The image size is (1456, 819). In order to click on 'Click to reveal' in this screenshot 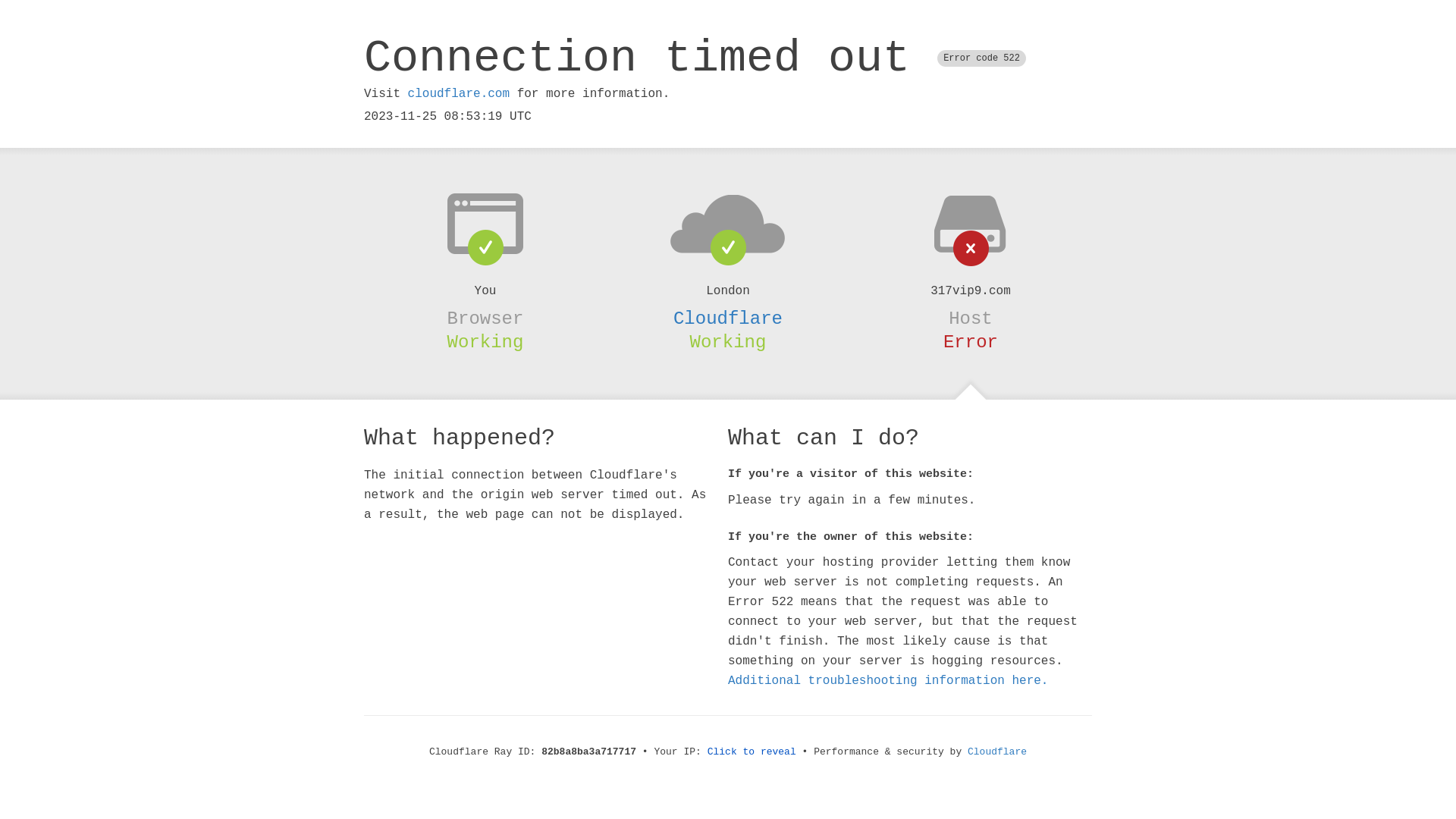, I will do `click(752, 752)`.